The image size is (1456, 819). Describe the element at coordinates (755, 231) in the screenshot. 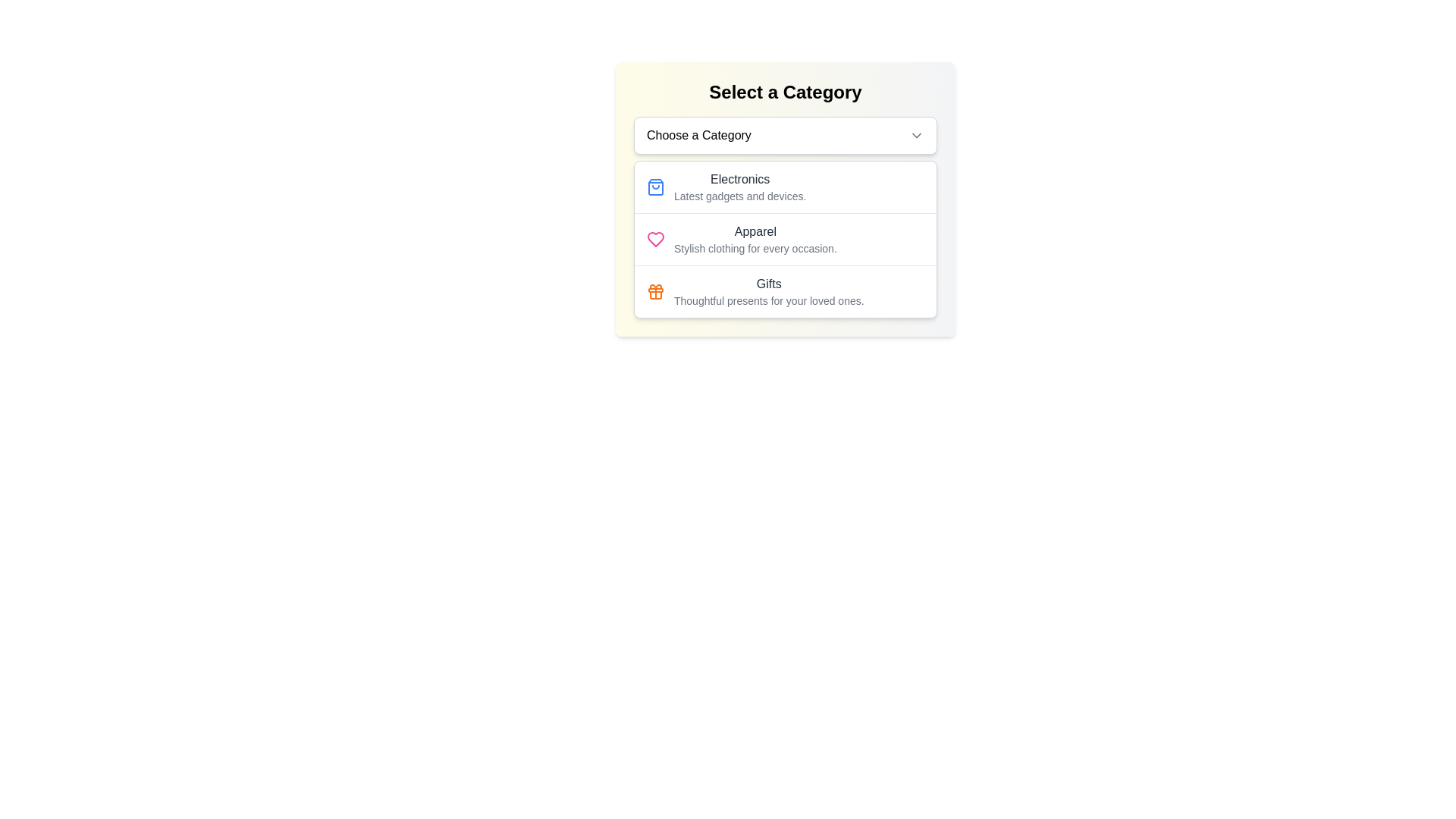

I see `the text label displaying 'Apparel', which serves as a category title within the selection list` at that location.